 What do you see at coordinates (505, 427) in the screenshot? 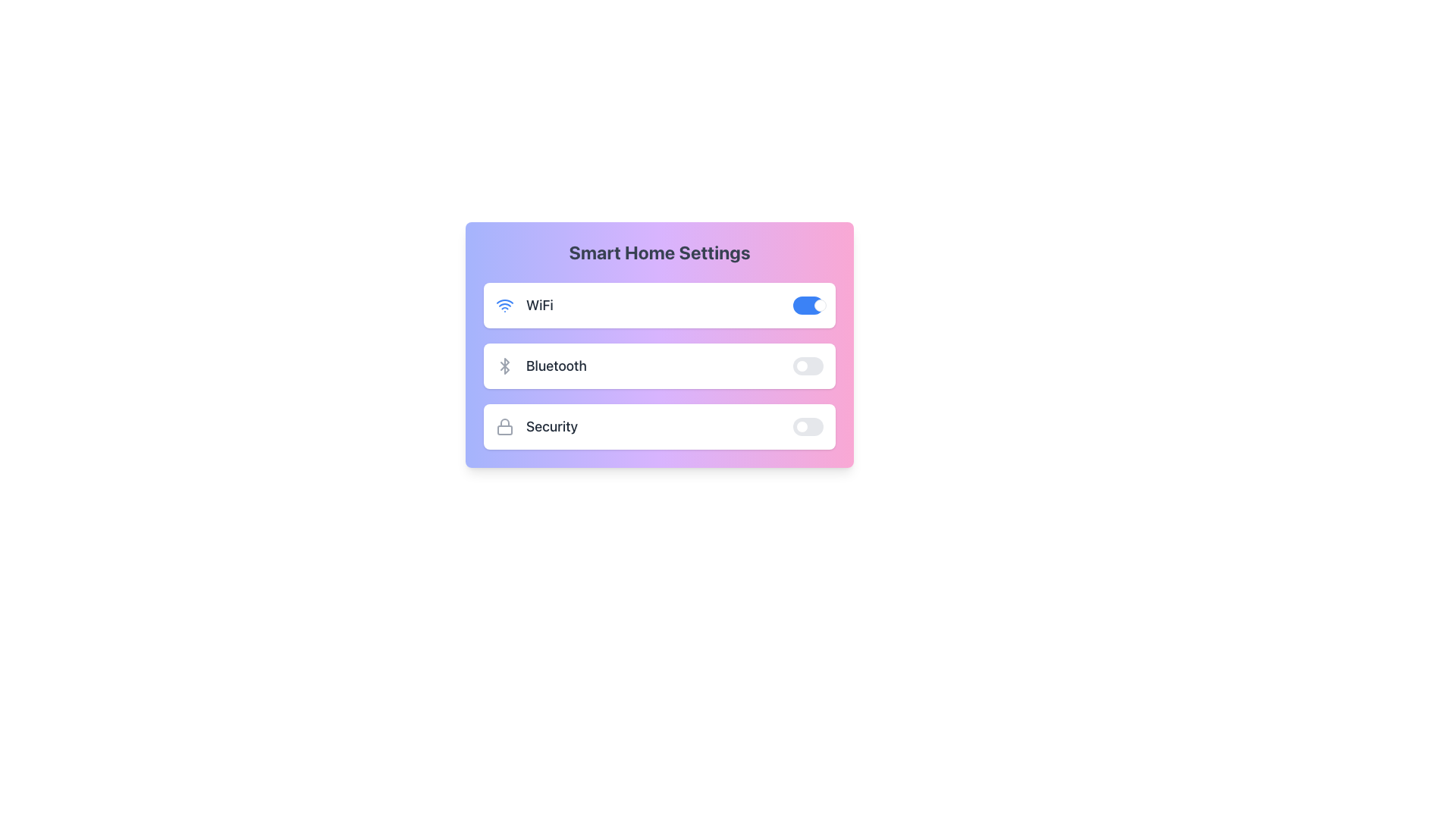
I see `the security icon located to the left of the 'Security' text in the third row of the 'Smart Home Settings' interface` at bounding box center [505, 427].